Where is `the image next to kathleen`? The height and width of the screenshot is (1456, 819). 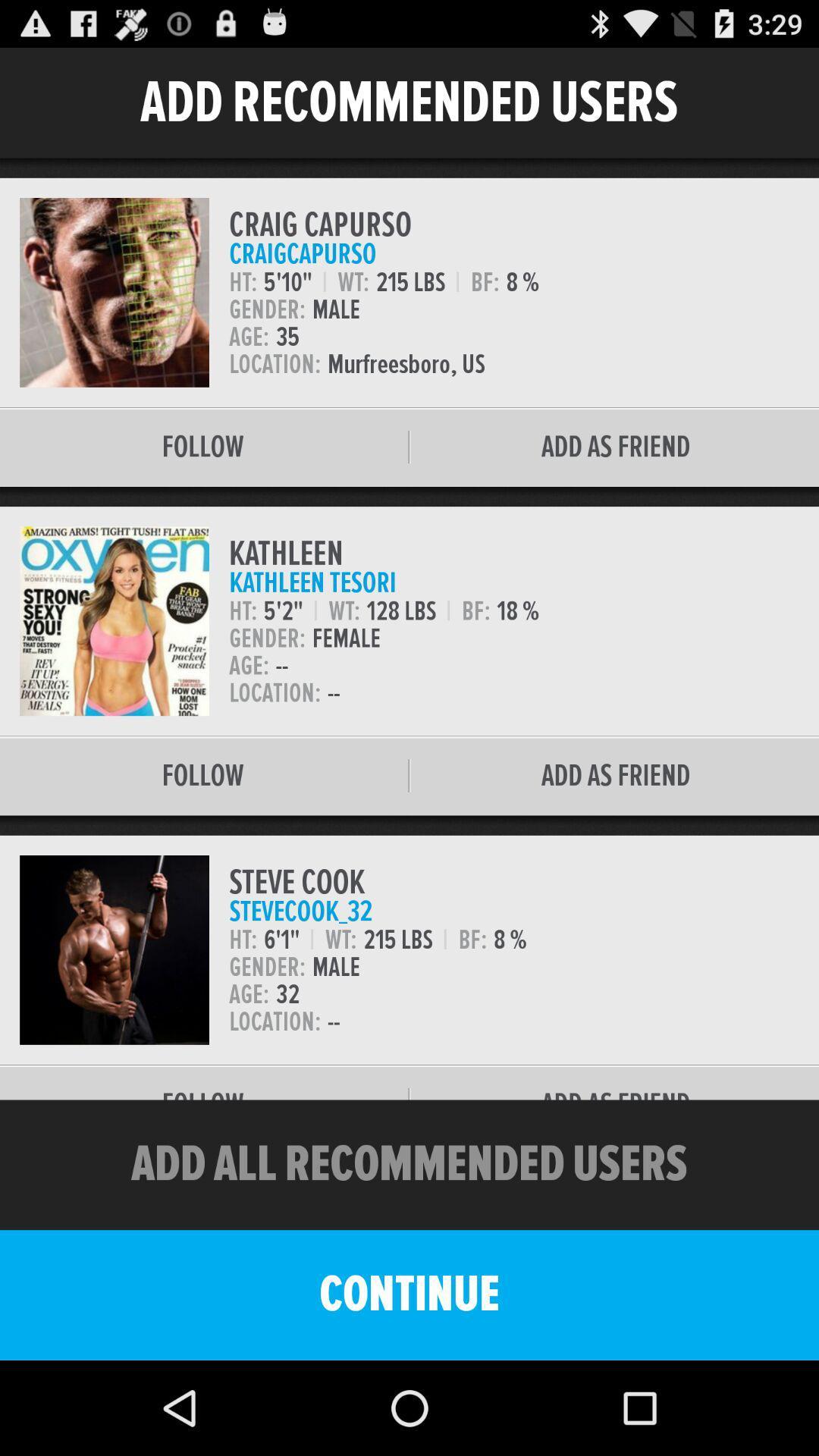 the image next to kathleen is located at coordinates (113, 621).